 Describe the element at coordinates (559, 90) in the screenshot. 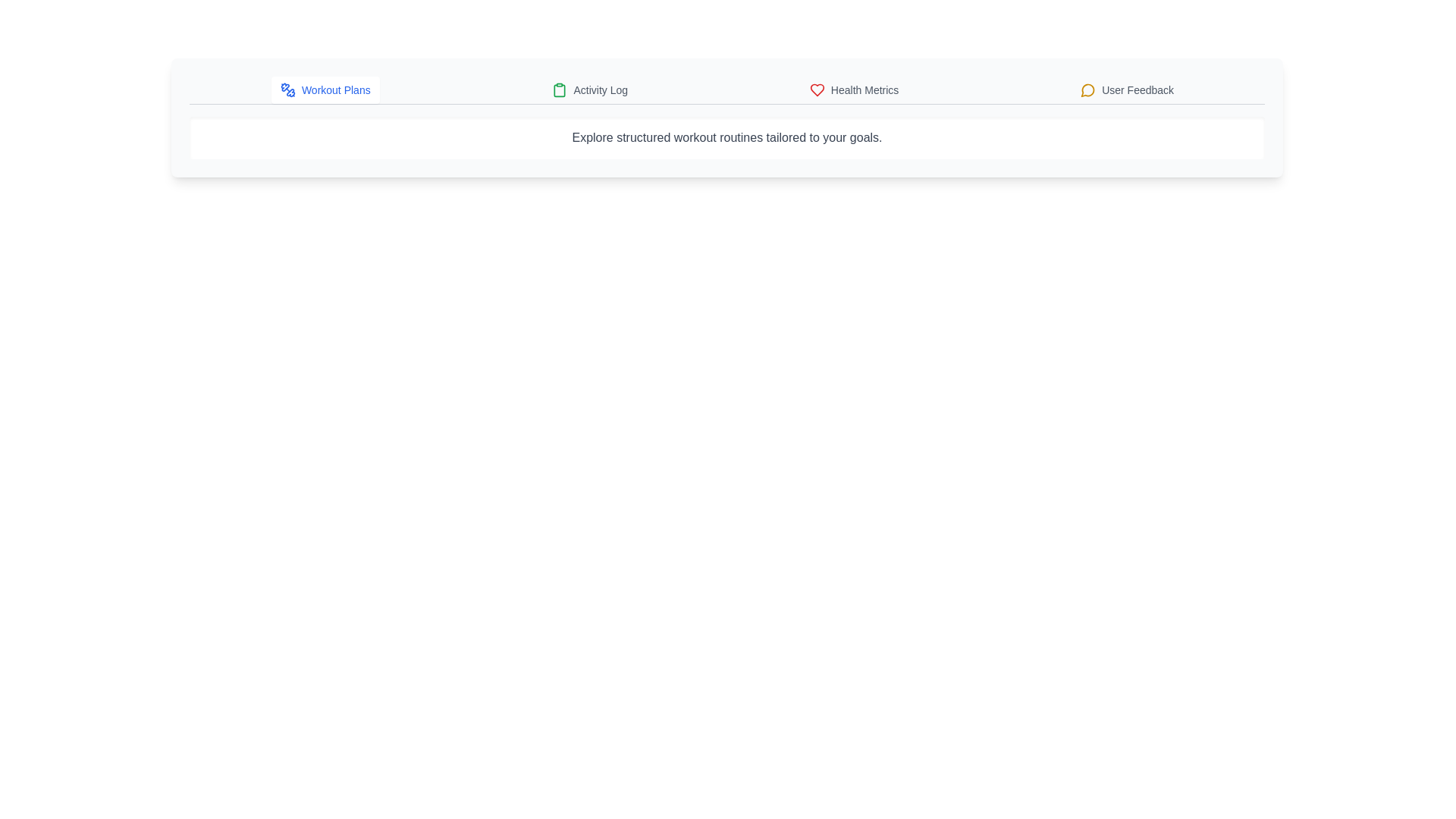

I see `the clipboard icon representing the 'Activity Log' feature, which is located to the left of the text 'Activity Log' in the top navigation bar` at that location.